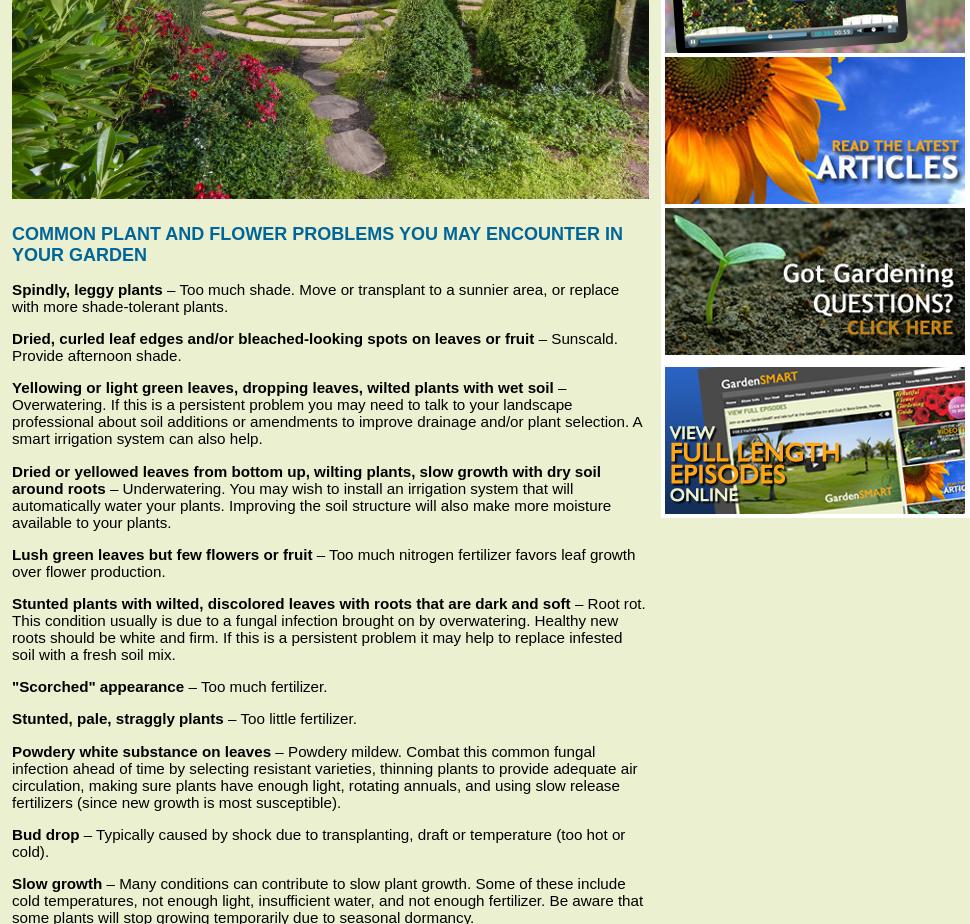  I want to click on 'and/or bleached-looking spots on leaves or fruit', so click(186, 338).